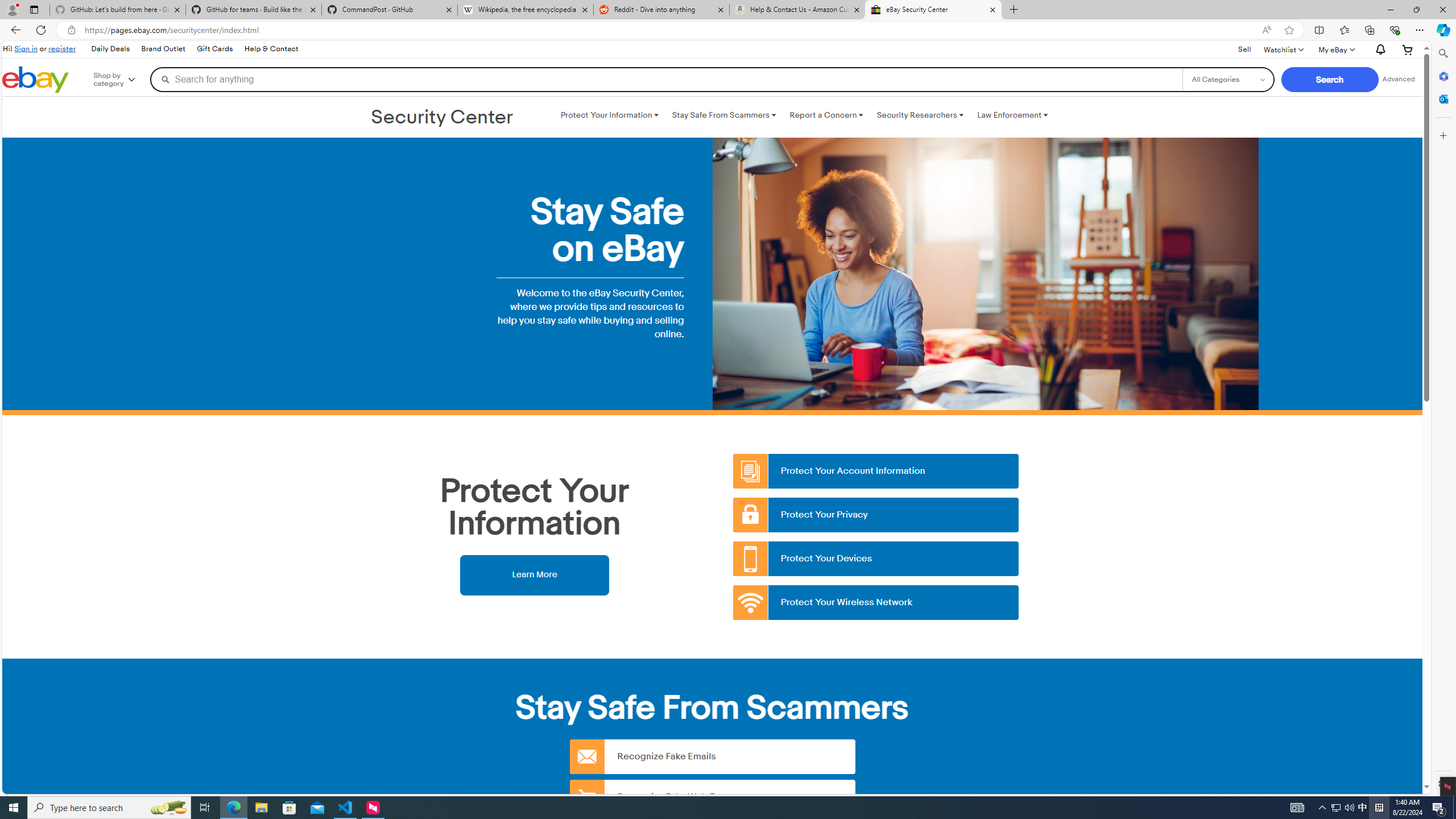 This screenshot has height=819, width=1456. What do you see at coordinates (1335, 49) in the screenshot?
I see `'My eBay'` at bounding box center [1335, 49].